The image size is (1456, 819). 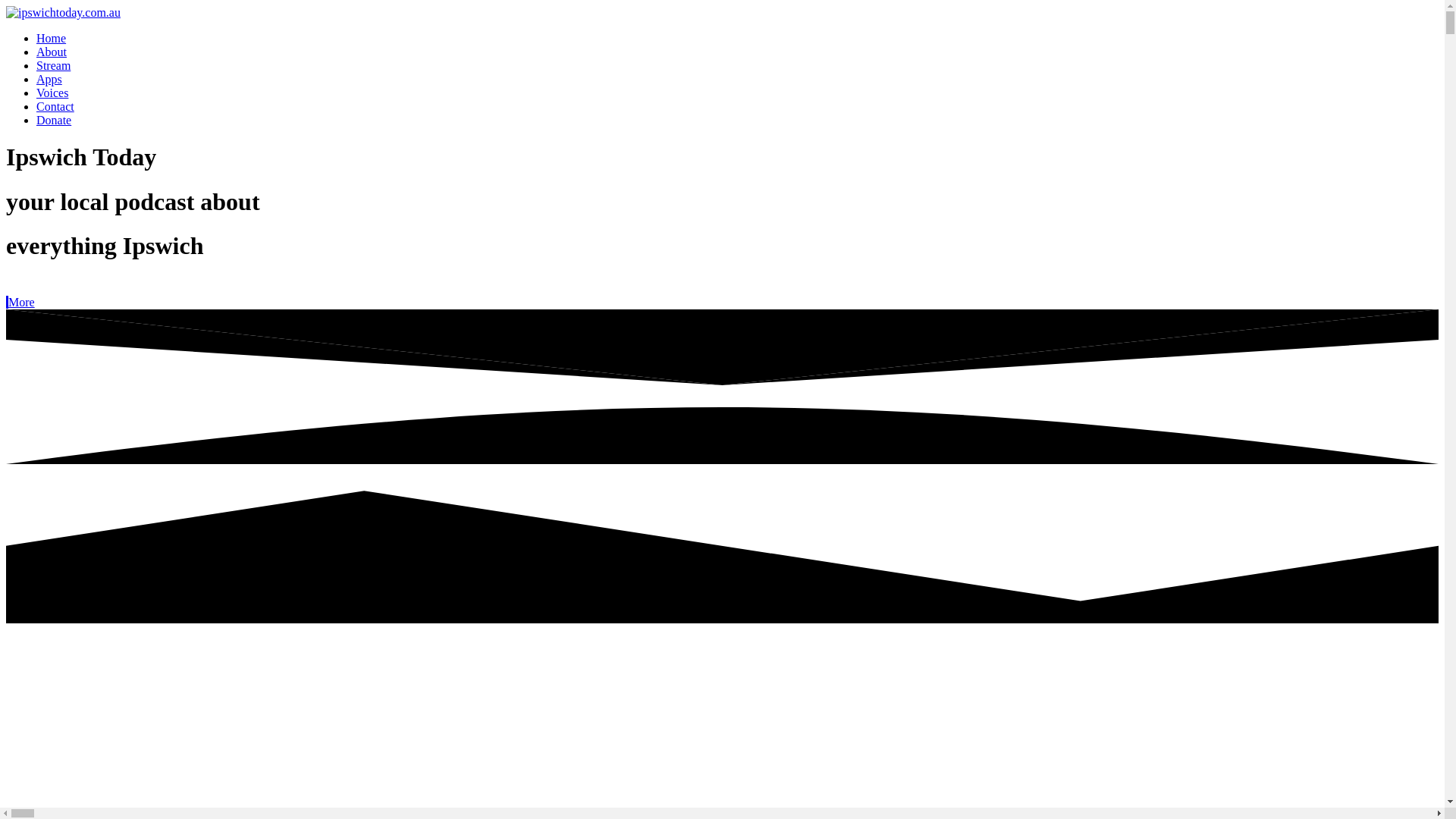 What do you see at coordinates (49, 79) in the screenshot?
I see `'Apps'` at bounding box center [49, 79].